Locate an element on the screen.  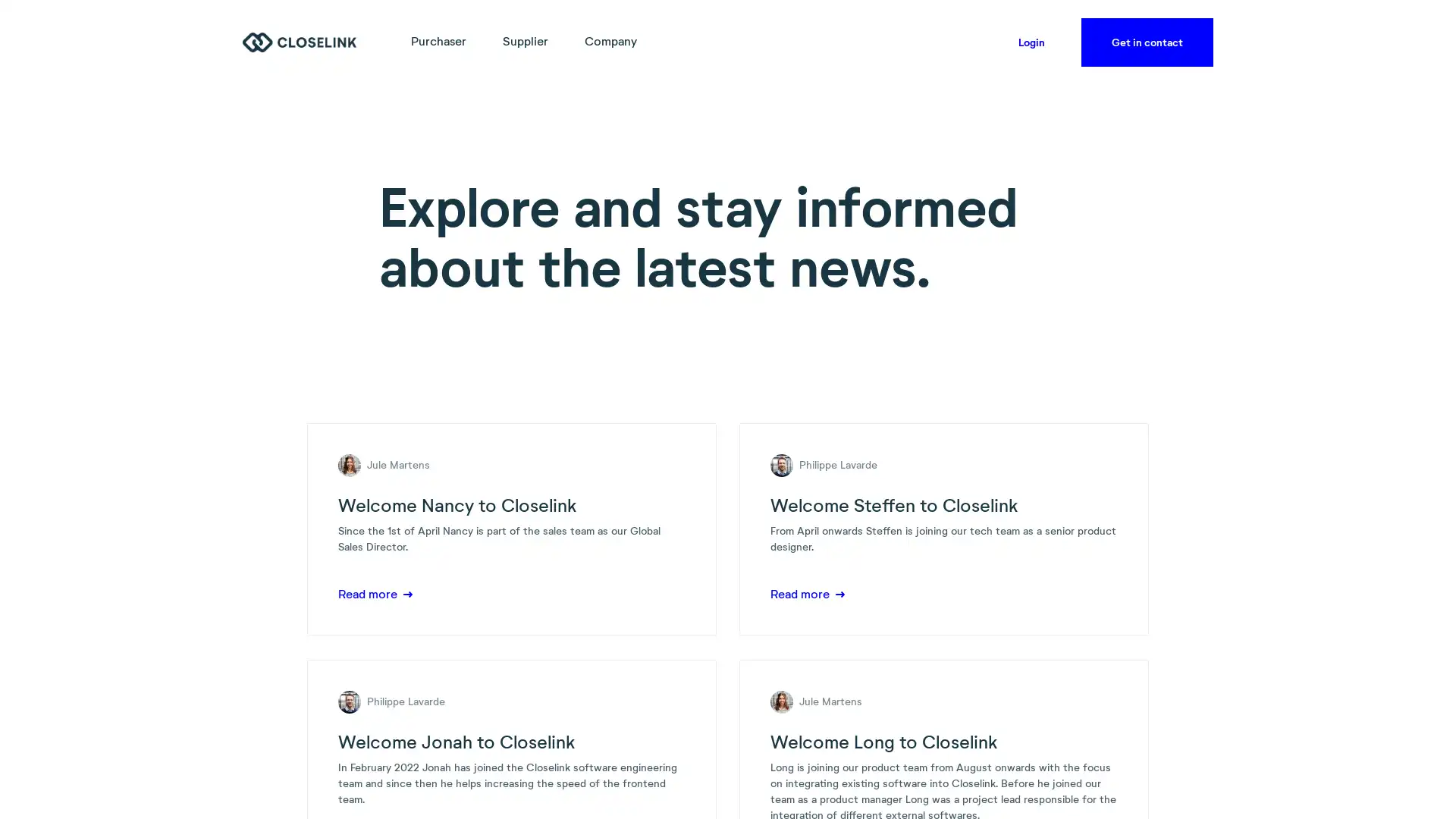
Company is located at coordinates (610, 42).